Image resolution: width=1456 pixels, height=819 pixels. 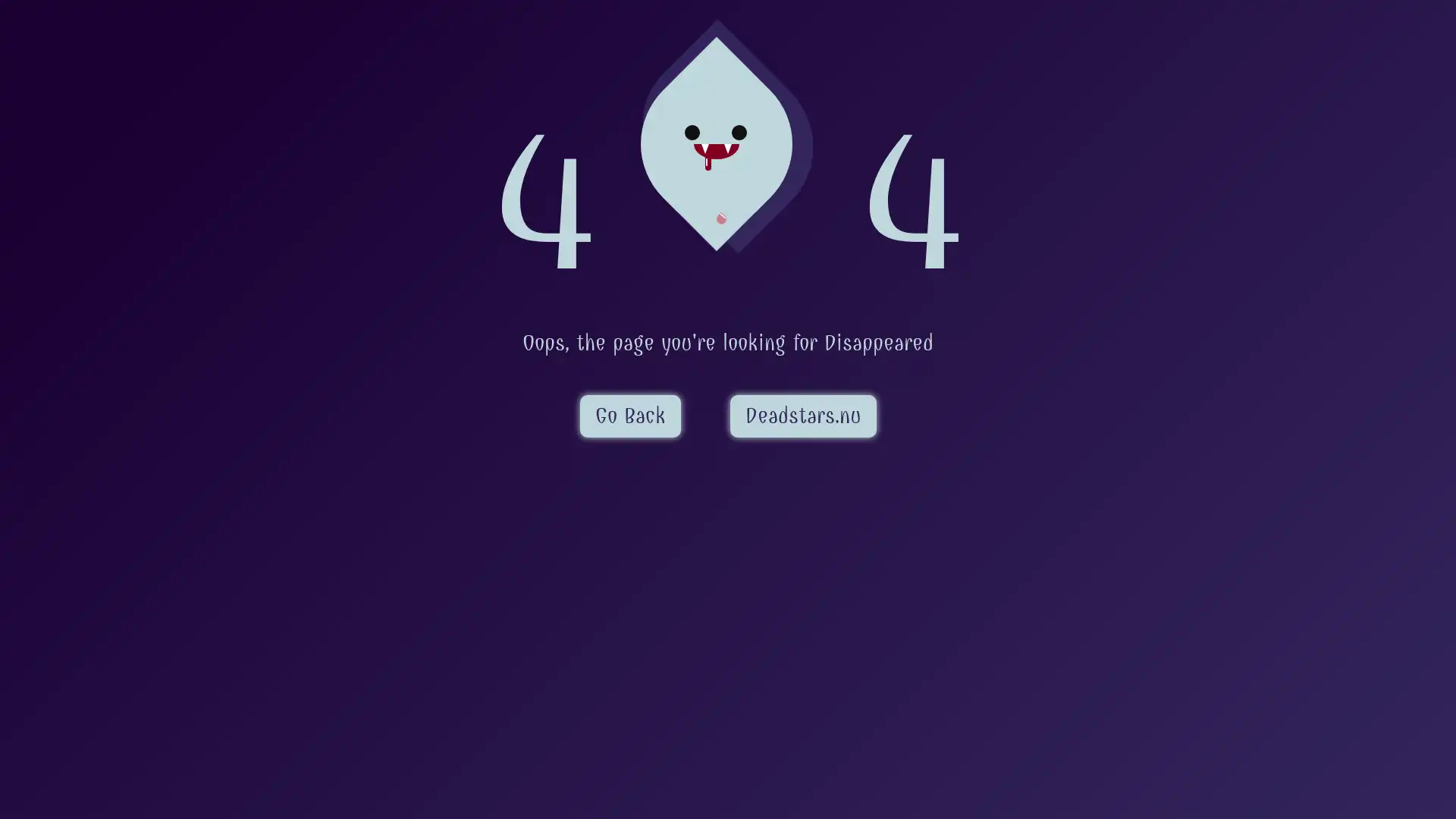 I want to click on Go Back, so click(x=629, y=416).